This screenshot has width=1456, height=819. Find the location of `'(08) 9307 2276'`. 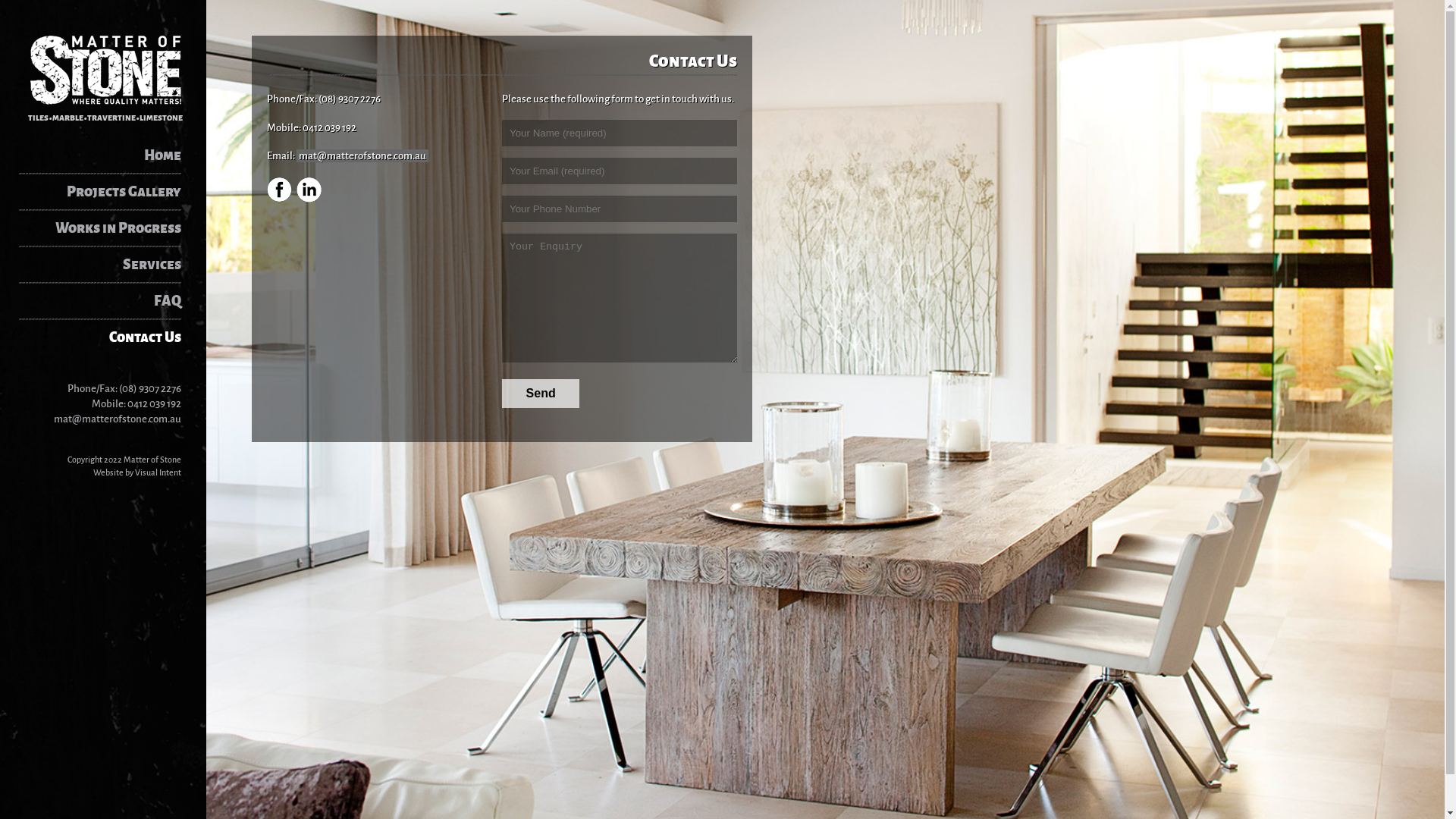

'(08) 9307 2276' is located at coordinates (149, 387).